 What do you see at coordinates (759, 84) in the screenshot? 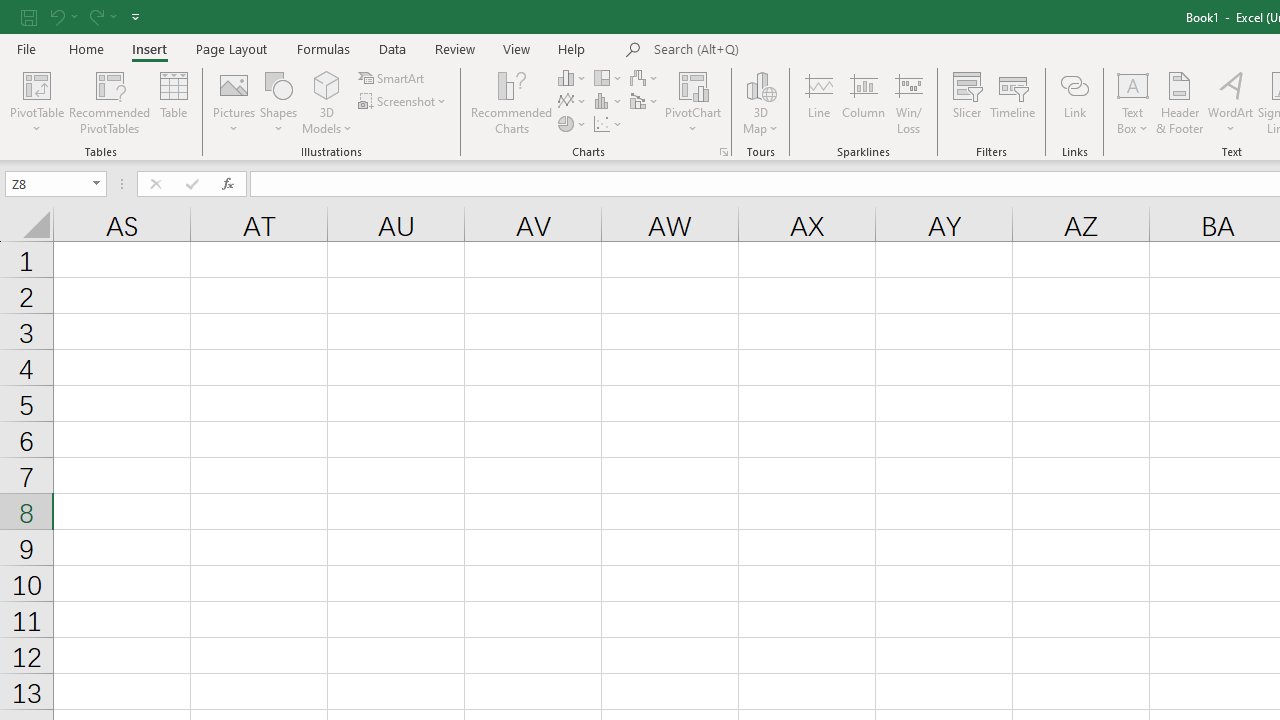
I see `'3D Map'` at bounding box center [759, 84].